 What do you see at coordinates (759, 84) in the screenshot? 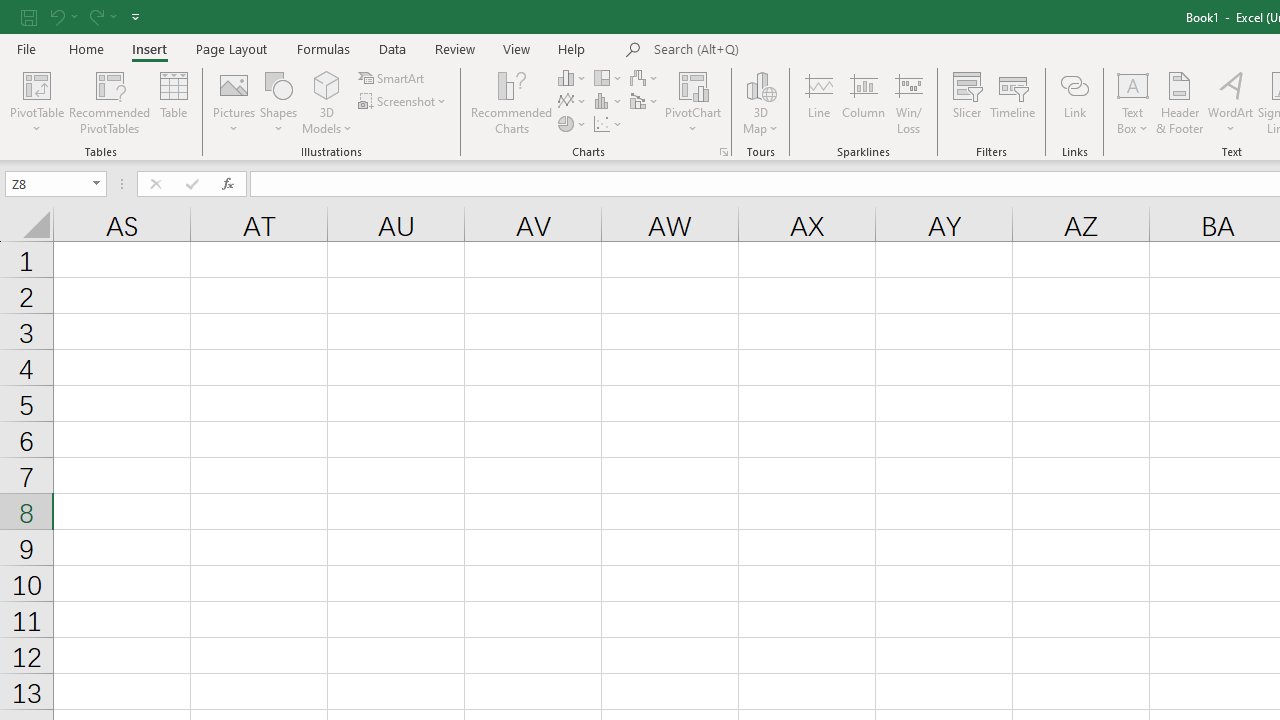
I see `'3D Map'` at bounding box center [759, 84].